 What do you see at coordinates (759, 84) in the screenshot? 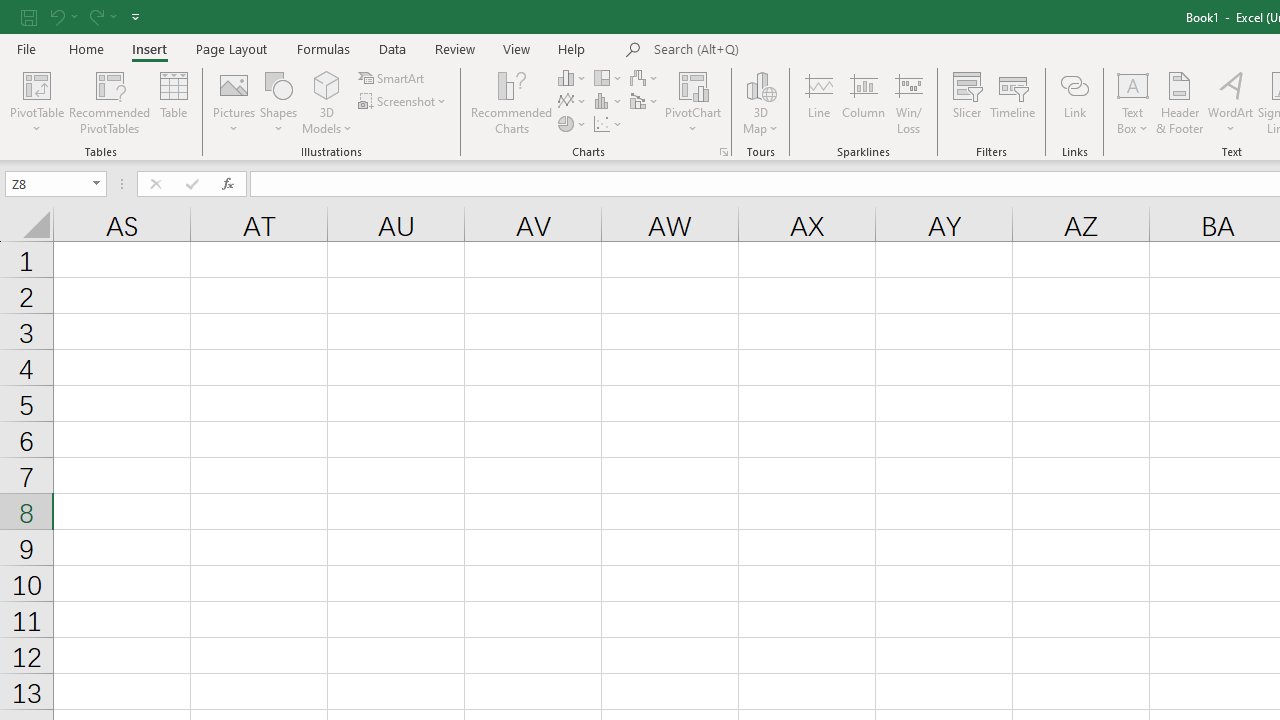
I see `'3D Map'` at bounding box center [759, 84].